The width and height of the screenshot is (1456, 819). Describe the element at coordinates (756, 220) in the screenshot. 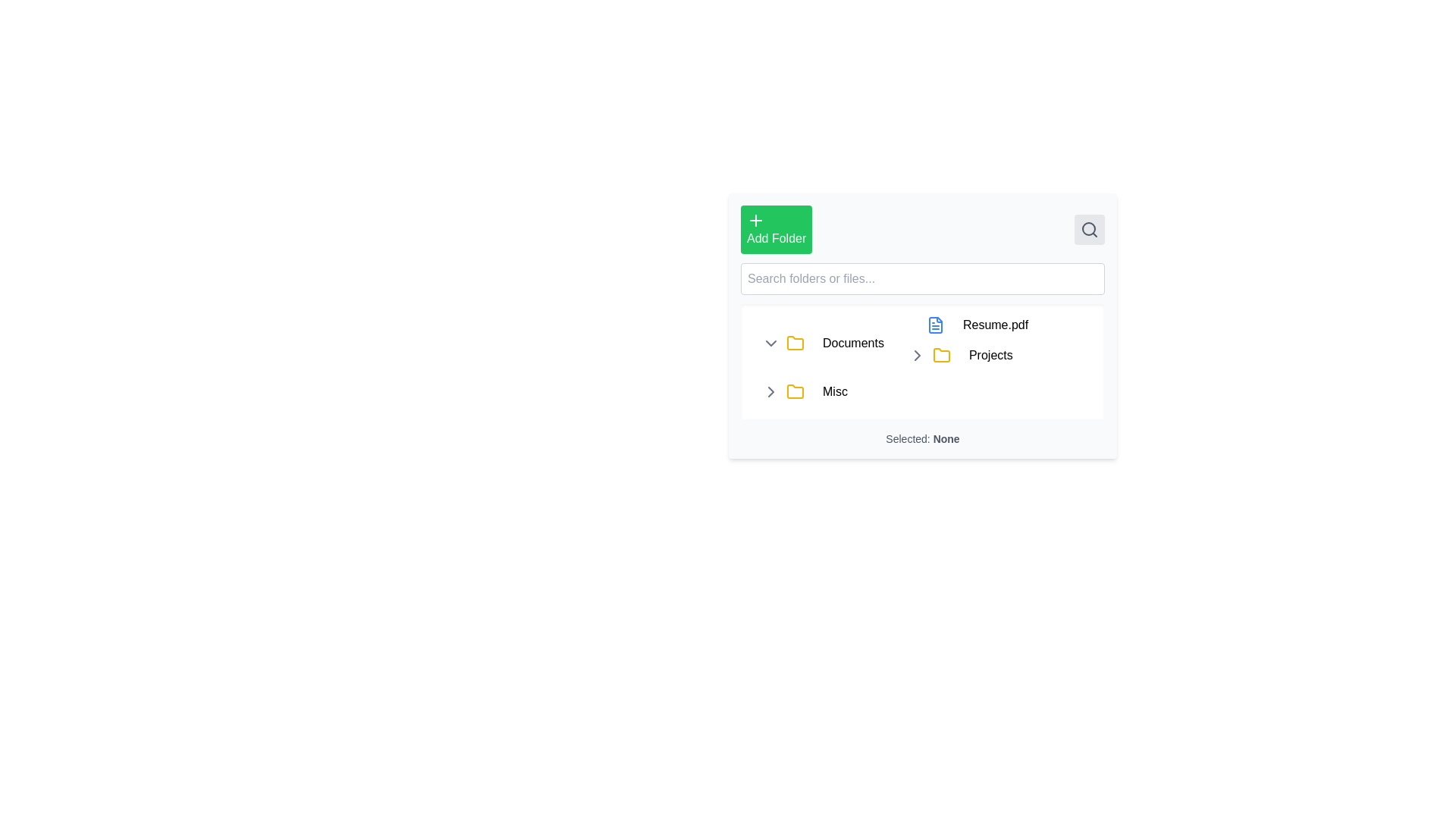

I see `the plus icon, which is centered within the green 'Add Folder' button` at that location.